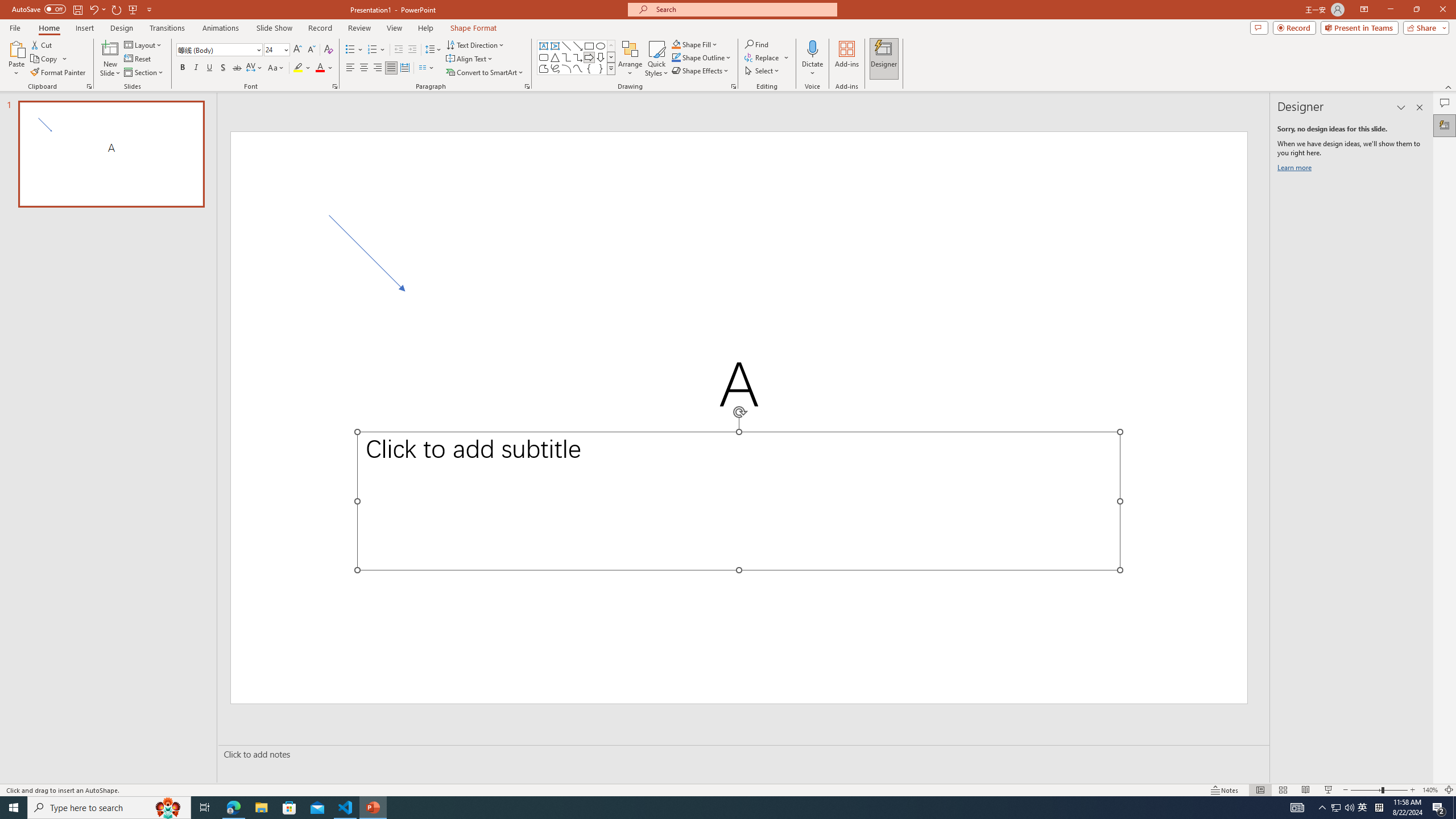 The image size is (1456, 819). I want to click on 'Shape Outline Blue, Accent 1', so click(676, 56).